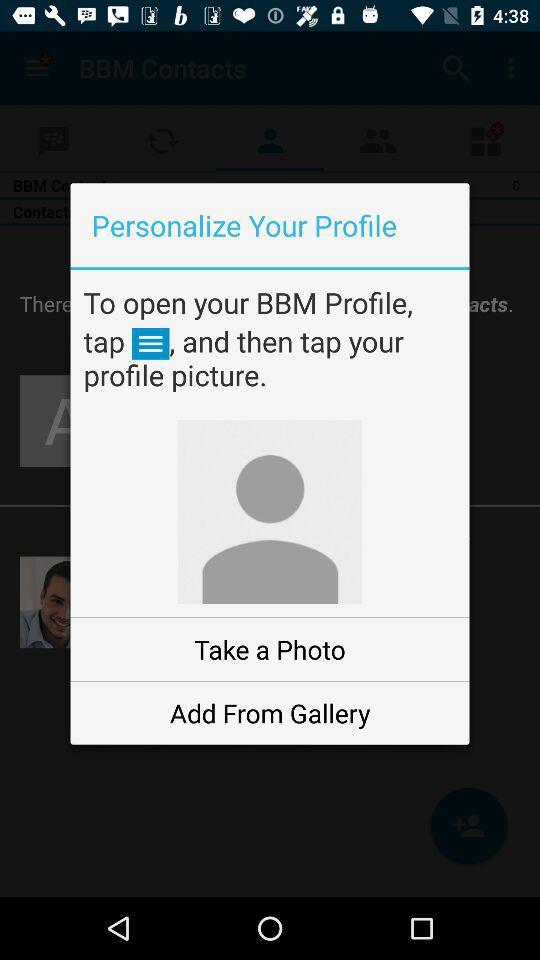  What do you see at coordinates (270, 648) in the screenshot?
I see `the take a photo item` at bounding box center [270, 648].